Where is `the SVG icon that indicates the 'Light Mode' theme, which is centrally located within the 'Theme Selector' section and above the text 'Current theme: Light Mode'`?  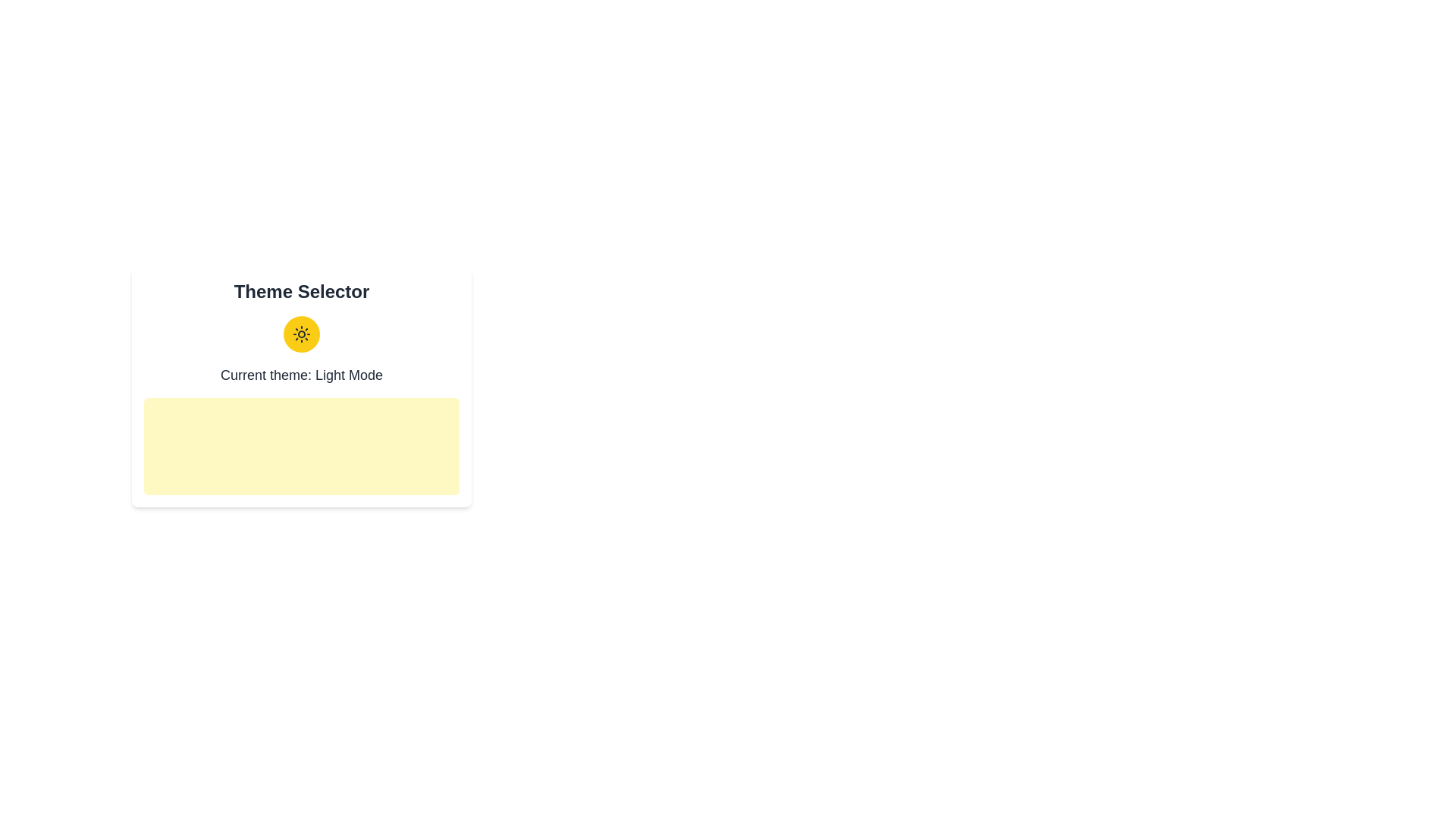 the SVG icon that indicates the 'Light Mode' theme, which is centrally located within the 'Theme Selector' section and above the text 'Current theme: Light Mode' is located at coordinates (302, 333).